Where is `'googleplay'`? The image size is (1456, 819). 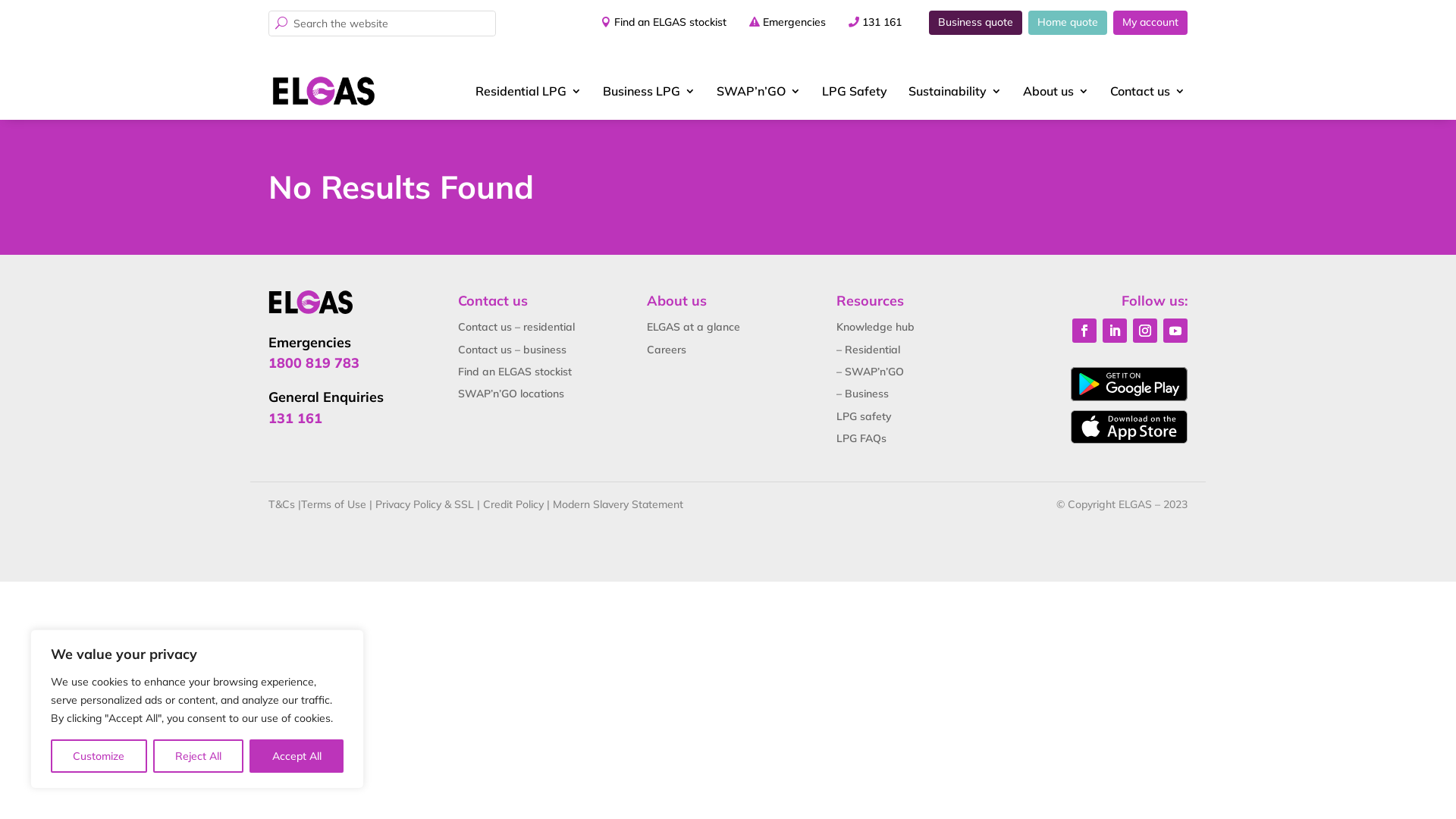 'googleplay' is located at coordinates (1128, 382).